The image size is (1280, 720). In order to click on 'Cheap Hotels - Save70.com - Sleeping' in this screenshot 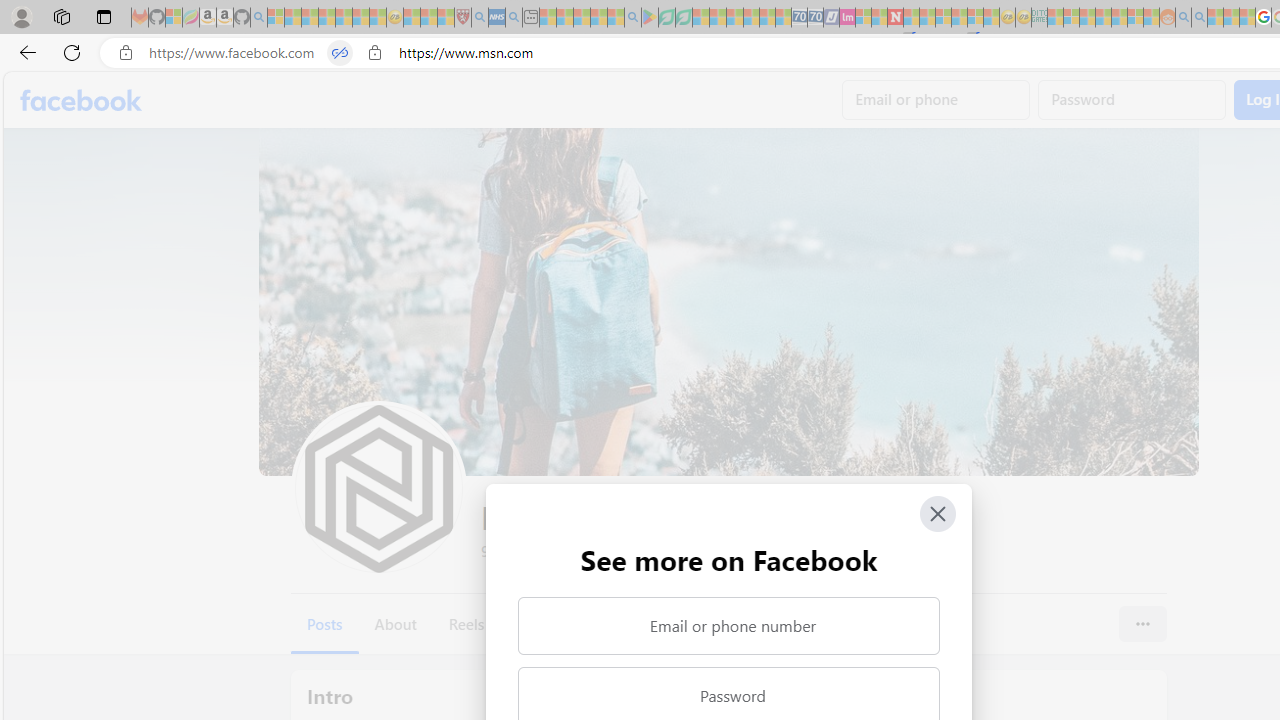, I will do `click(815, 17)`.